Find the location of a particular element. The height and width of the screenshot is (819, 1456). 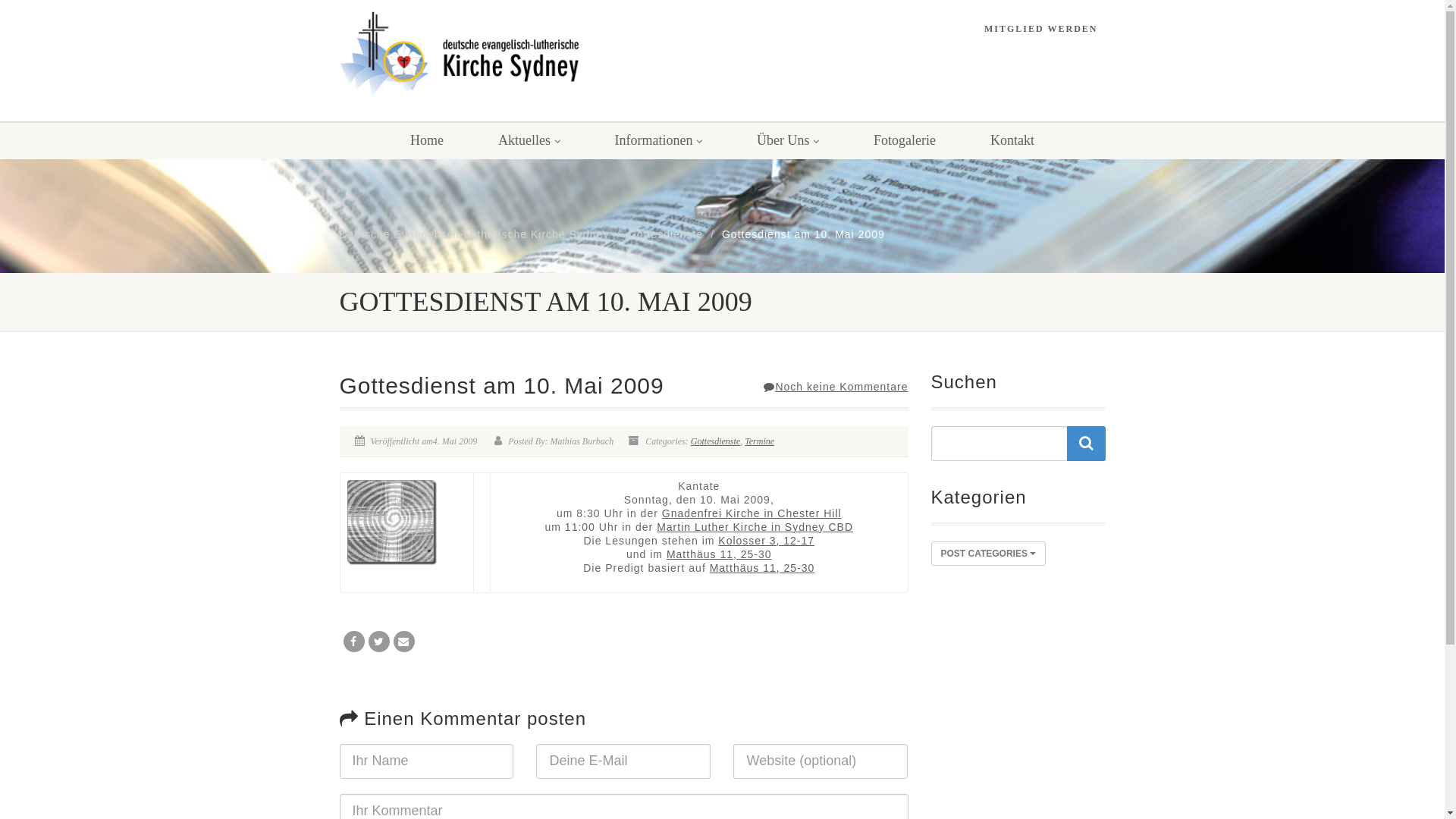

'Logo' is located at coordinates (459, 55).